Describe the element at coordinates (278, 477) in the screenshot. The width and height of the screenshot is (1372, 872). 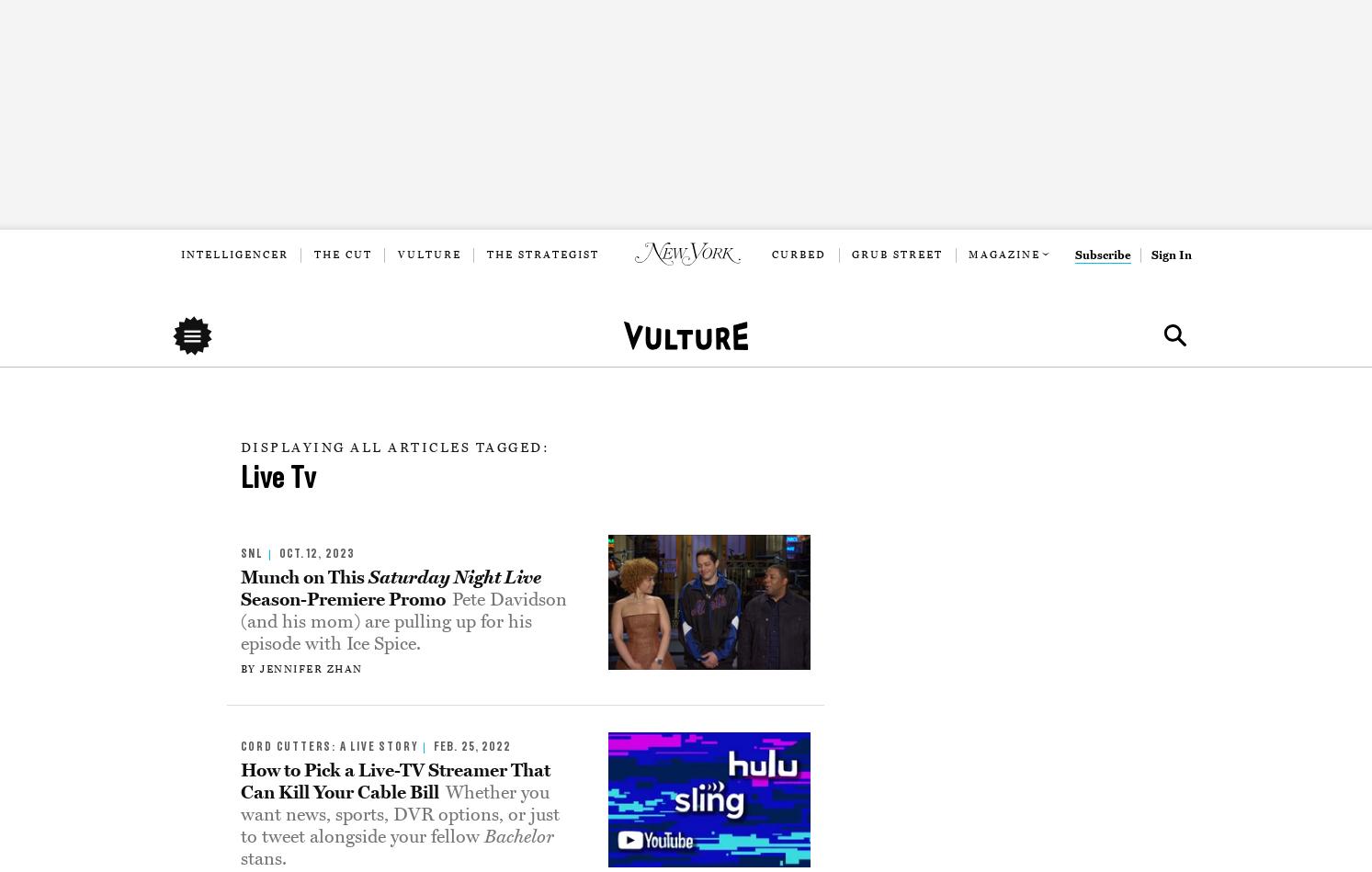
I see `'Live Tv'` at that location.